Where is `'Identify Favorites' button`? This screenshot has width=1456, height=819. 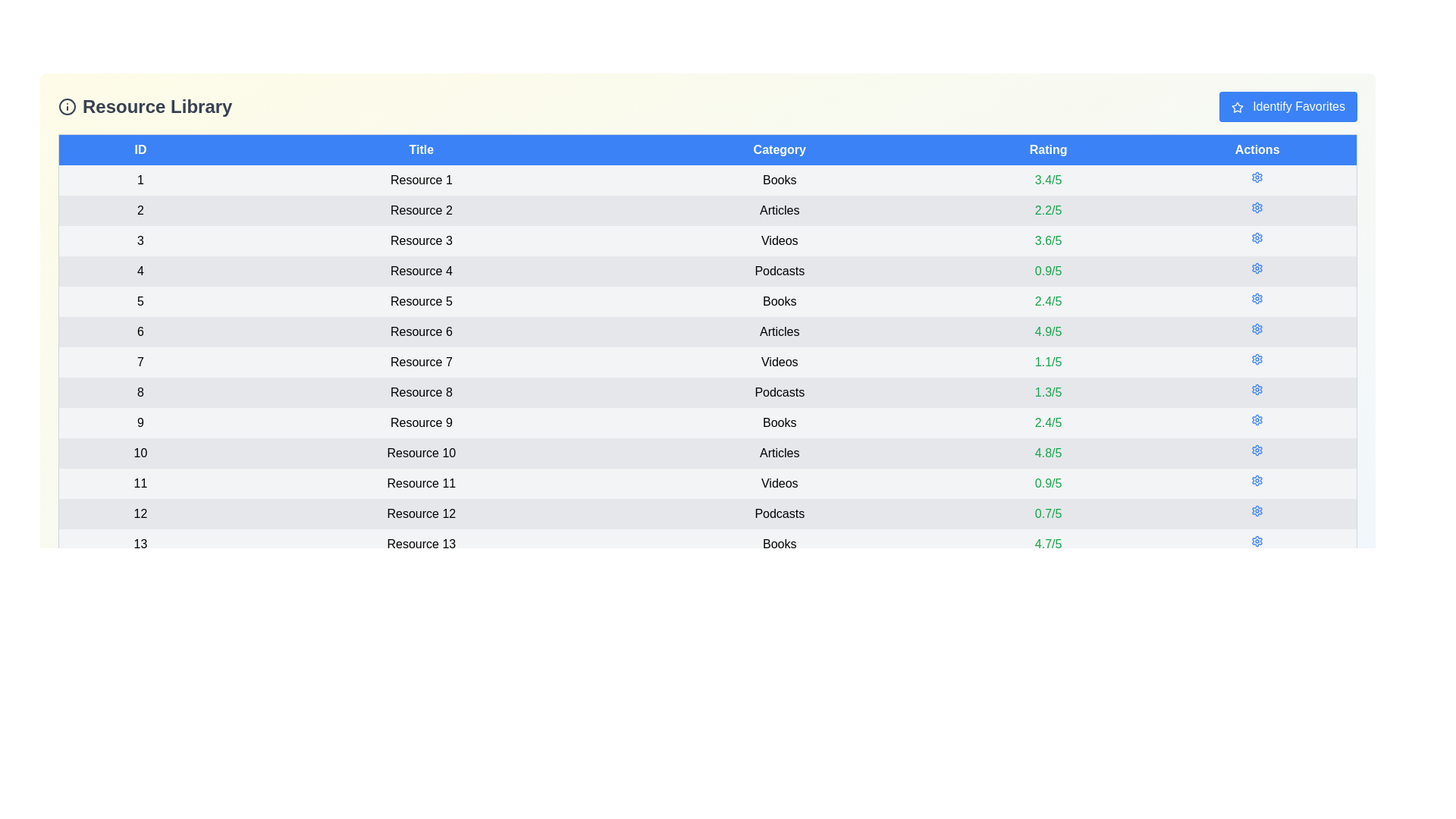 'Identify Favorites' button is located at coordinates (1287, 106).